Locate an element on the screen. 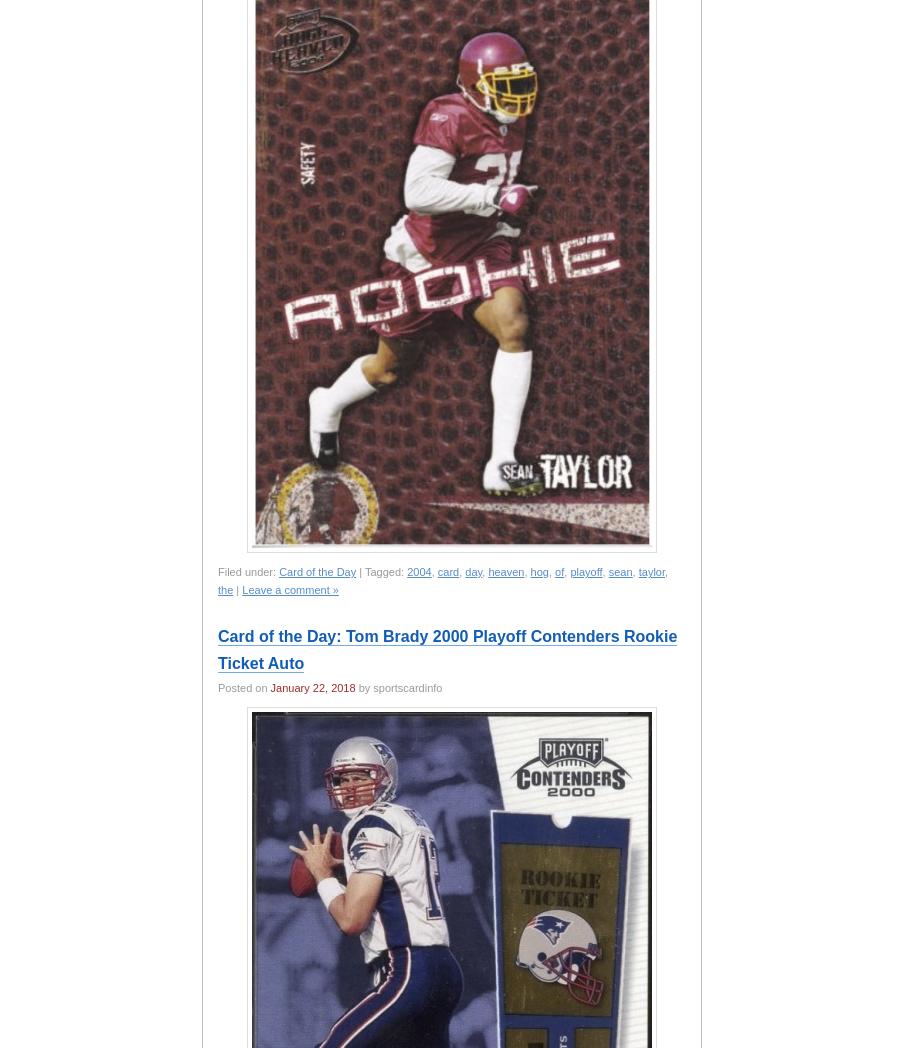  '|' is located at coordinates (236, 590).